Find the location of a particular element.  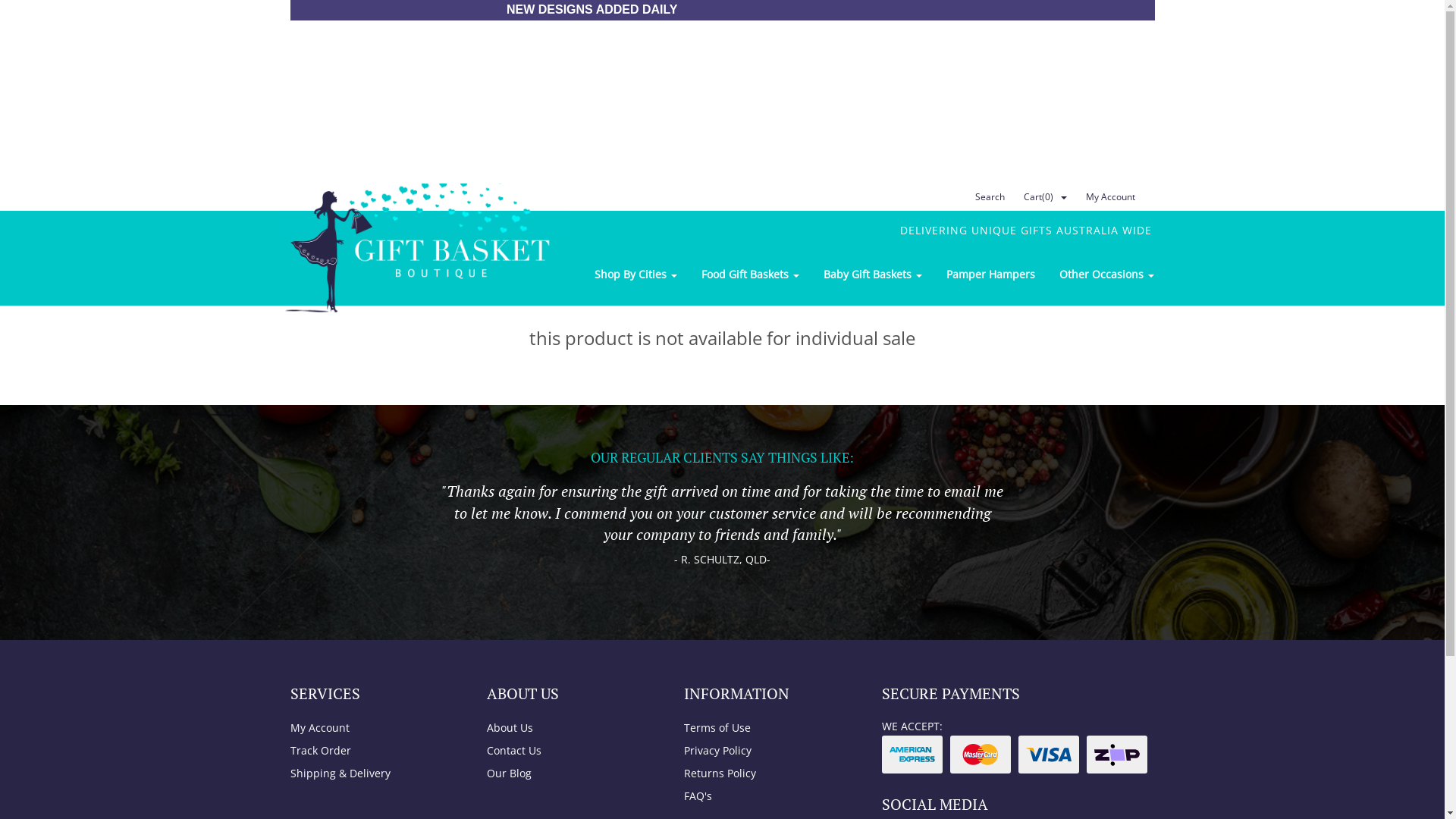

'About Us' is located at coordinates (567, 727).